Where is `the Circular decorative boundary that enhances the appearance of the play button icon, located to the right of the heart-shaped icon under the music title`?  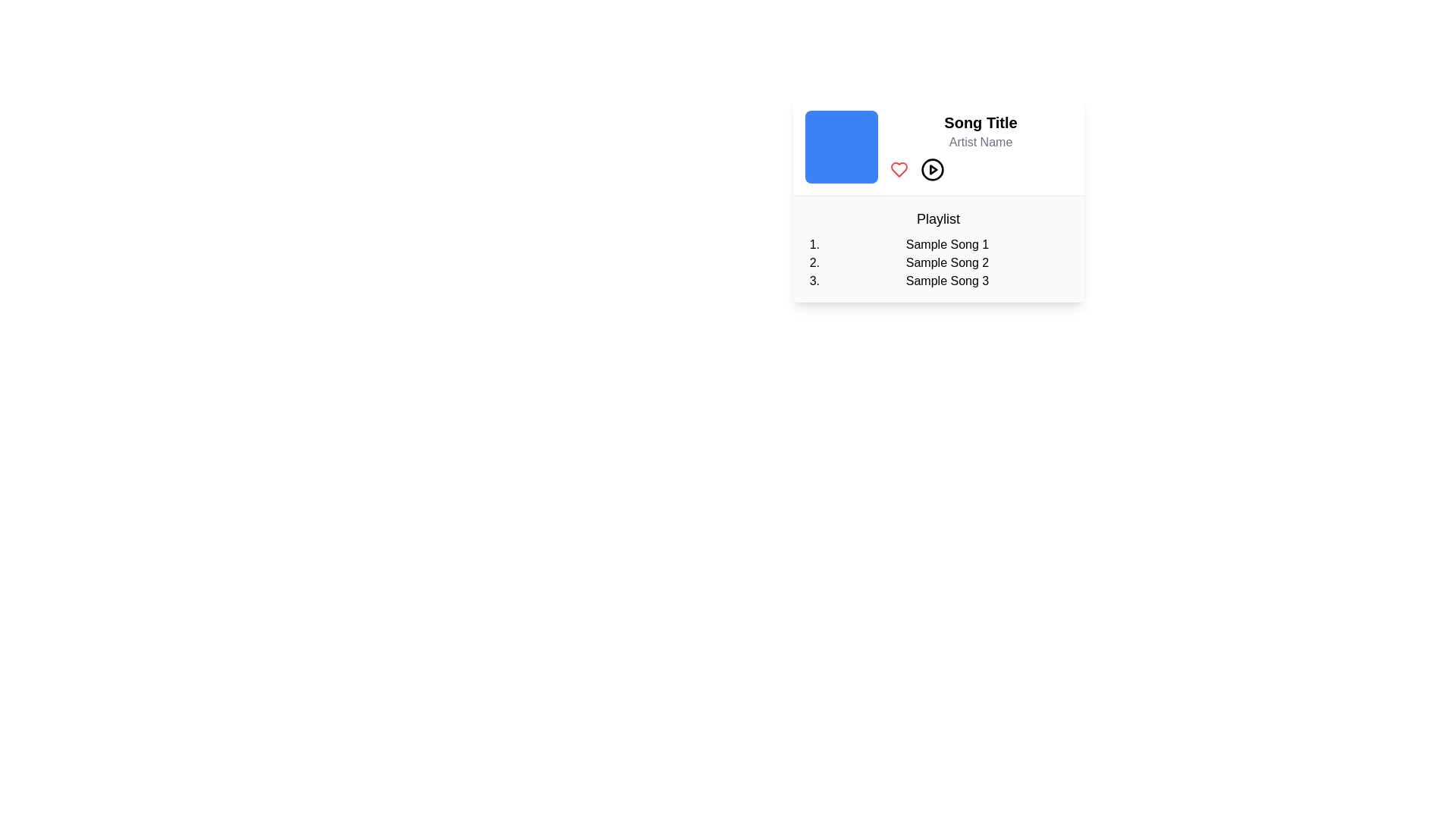 the Circular decorative boundary that enhances the appearance of the play button icon, located to the right of the heart-shaped icon under the music title is located at coordinates (931, 169).